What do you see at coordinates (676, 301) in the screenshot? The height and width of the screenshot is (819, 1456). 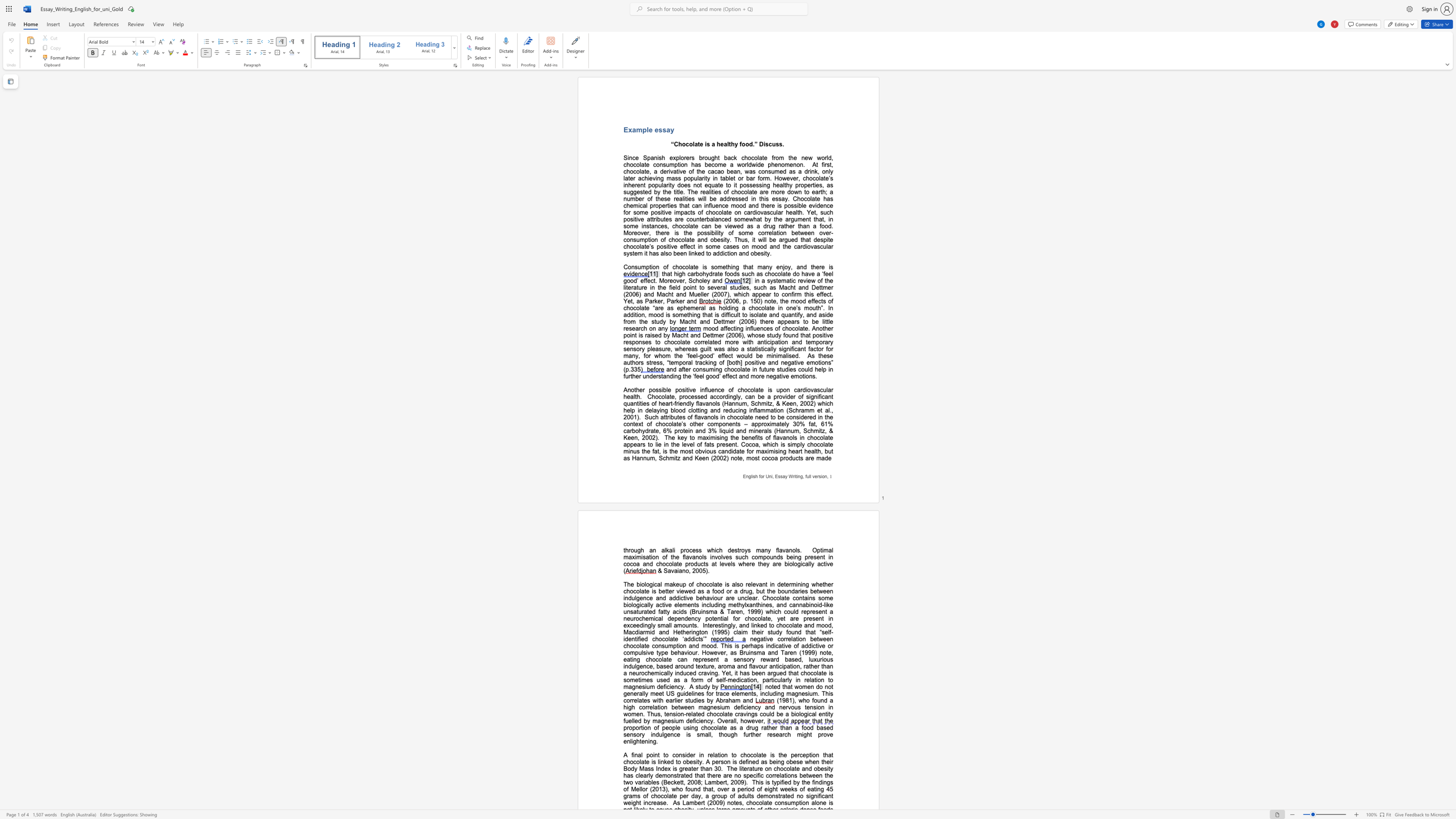 I see `the subset text "ke" within the text "this effect. Yet, as Parker, Parker and"` at bounding box center [676, 301].